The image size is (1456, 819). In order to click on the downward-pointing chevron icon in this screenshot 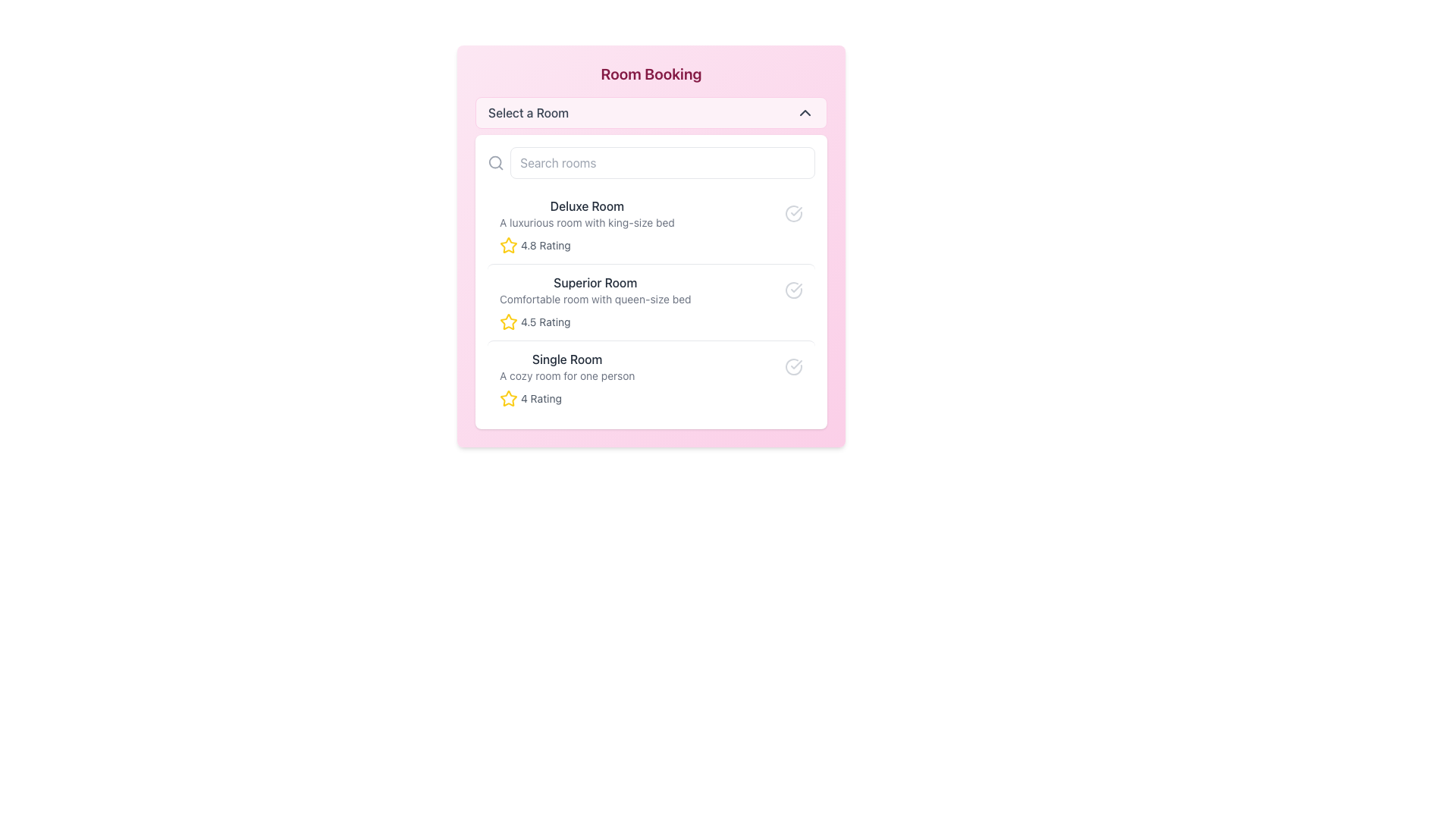, I will do `click(804, 112)`.